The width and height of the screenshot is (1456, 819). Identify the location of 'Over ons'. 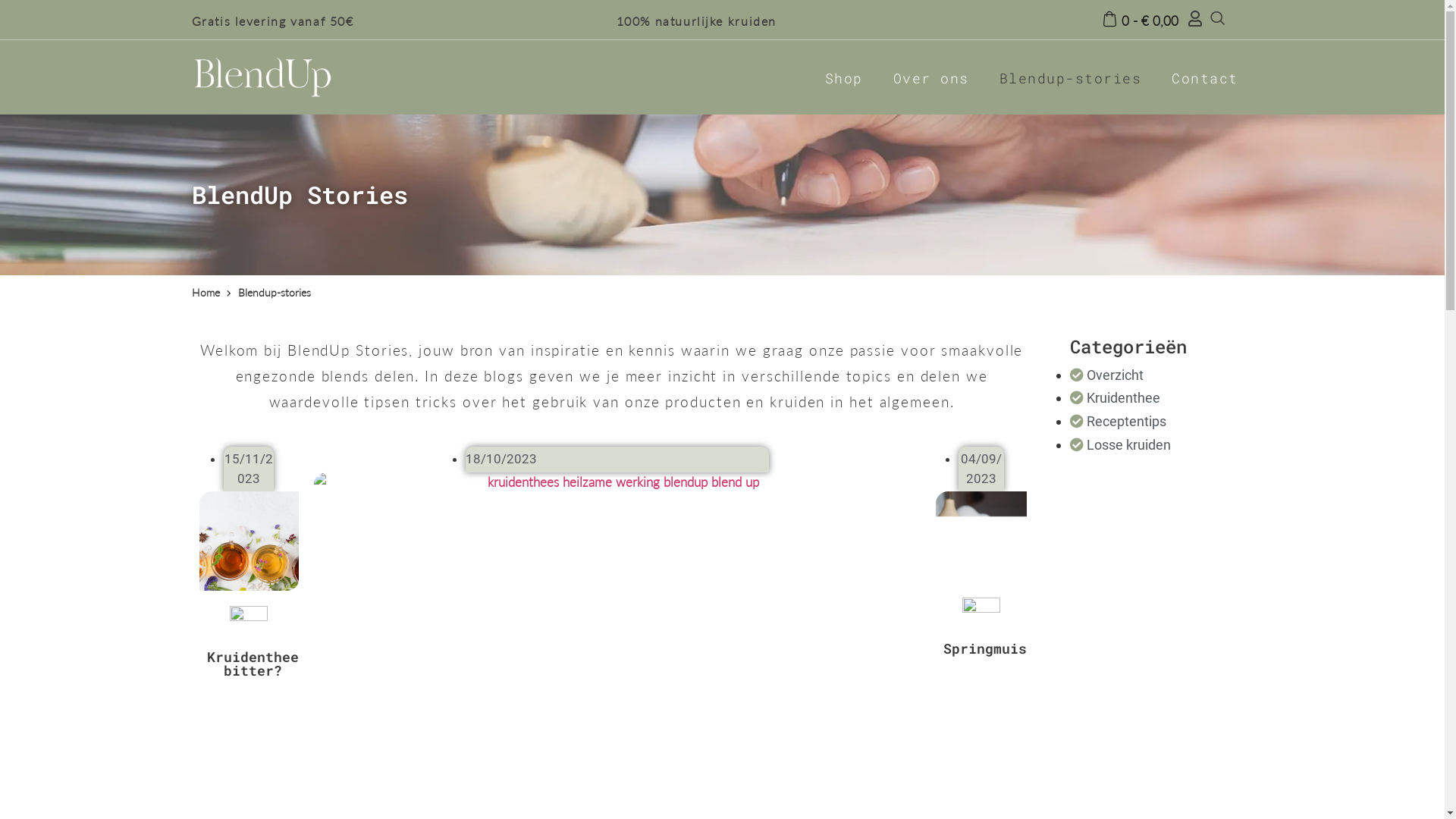
(930, 77).